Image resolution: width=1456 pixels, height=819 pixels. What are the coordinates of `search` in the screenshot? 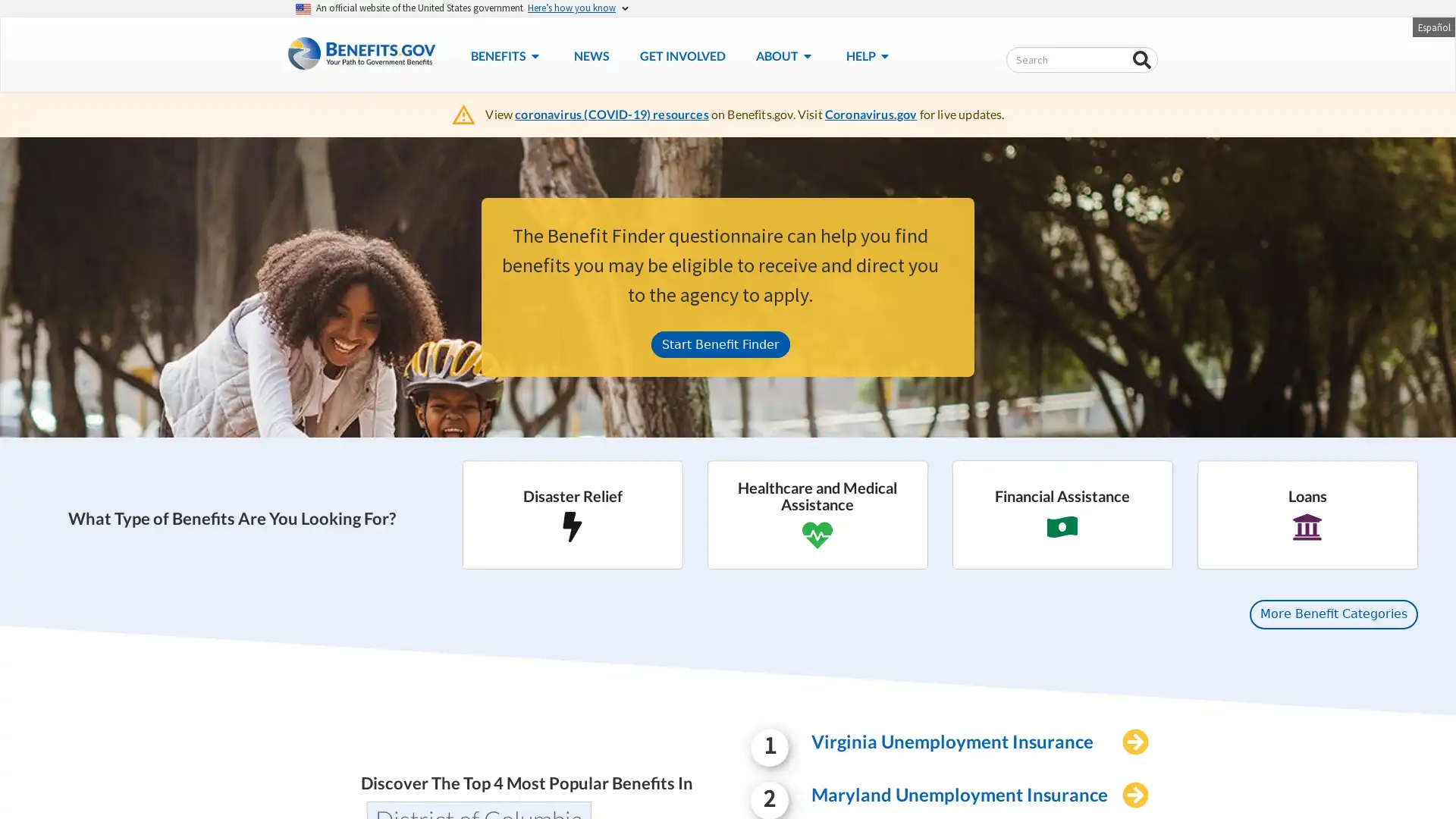 It's located at (1142, 60).